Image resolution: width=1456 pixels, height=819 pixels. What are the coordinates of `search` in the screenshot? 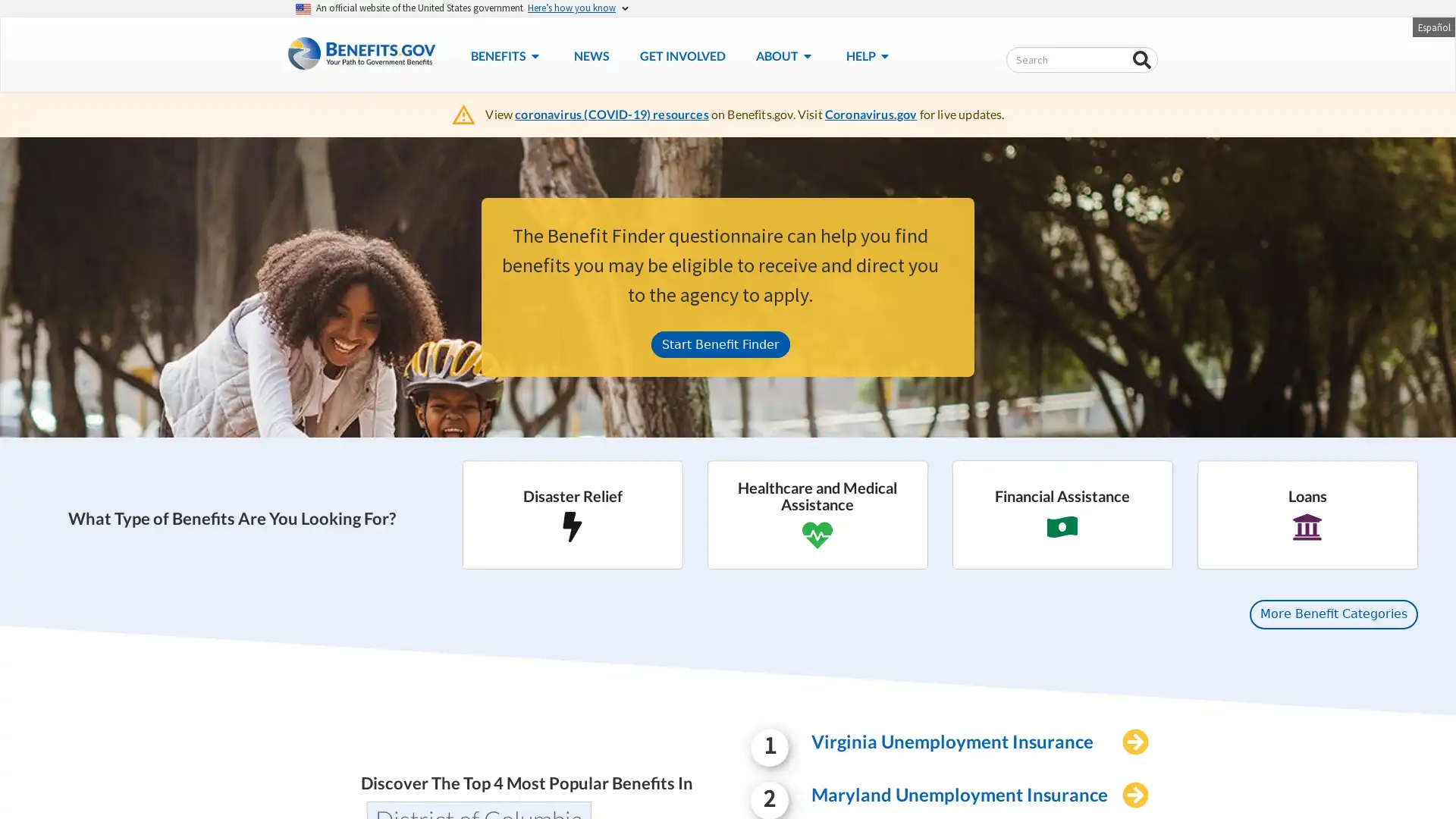 It's located at (1142, 60).